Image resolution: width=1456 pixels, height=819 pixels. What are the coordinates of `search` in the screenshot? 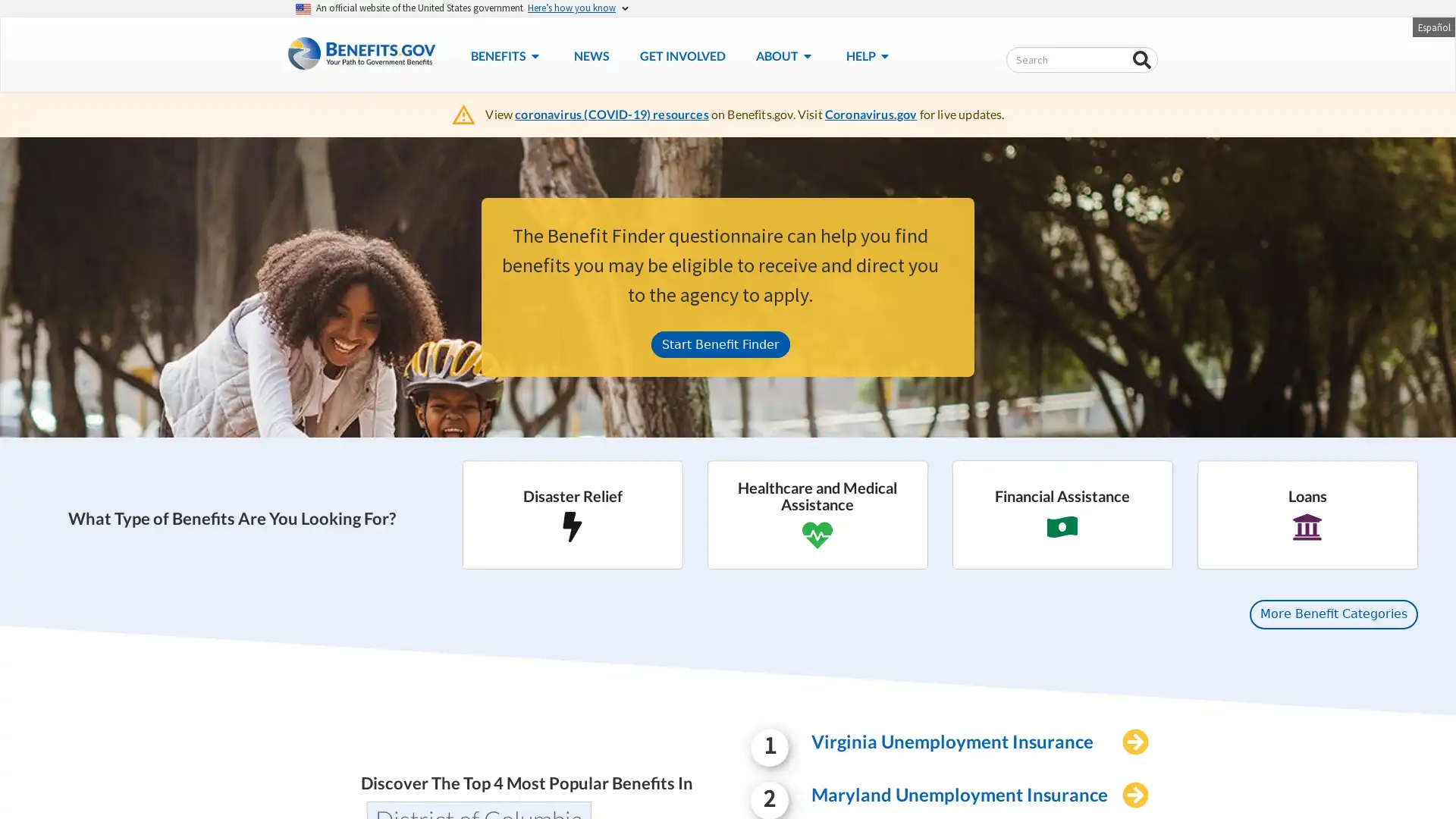 It's located at (1142, 60).